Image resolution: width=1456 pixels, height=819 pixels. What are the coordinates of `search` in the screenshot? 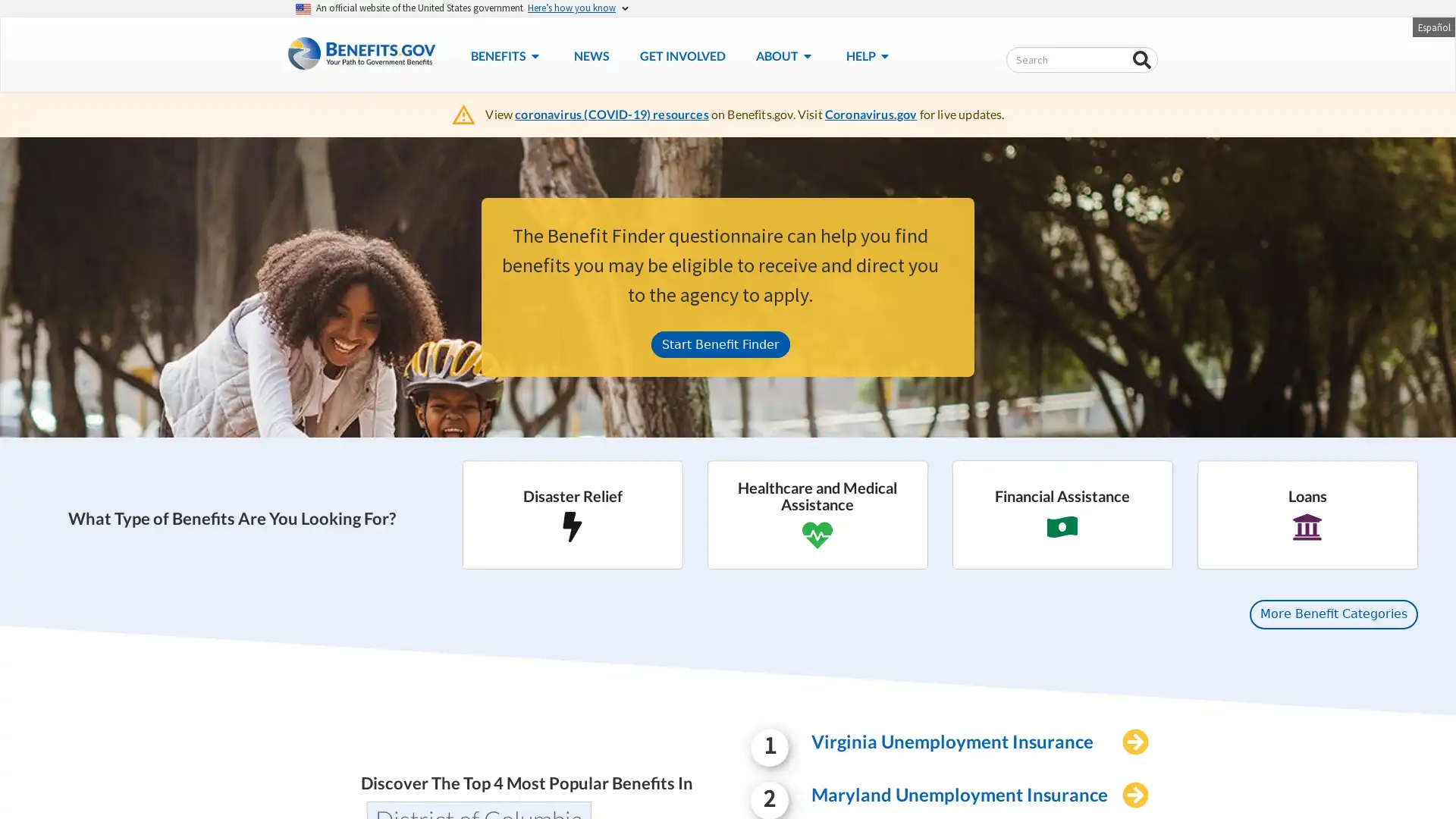 It's located at (1142, 60).